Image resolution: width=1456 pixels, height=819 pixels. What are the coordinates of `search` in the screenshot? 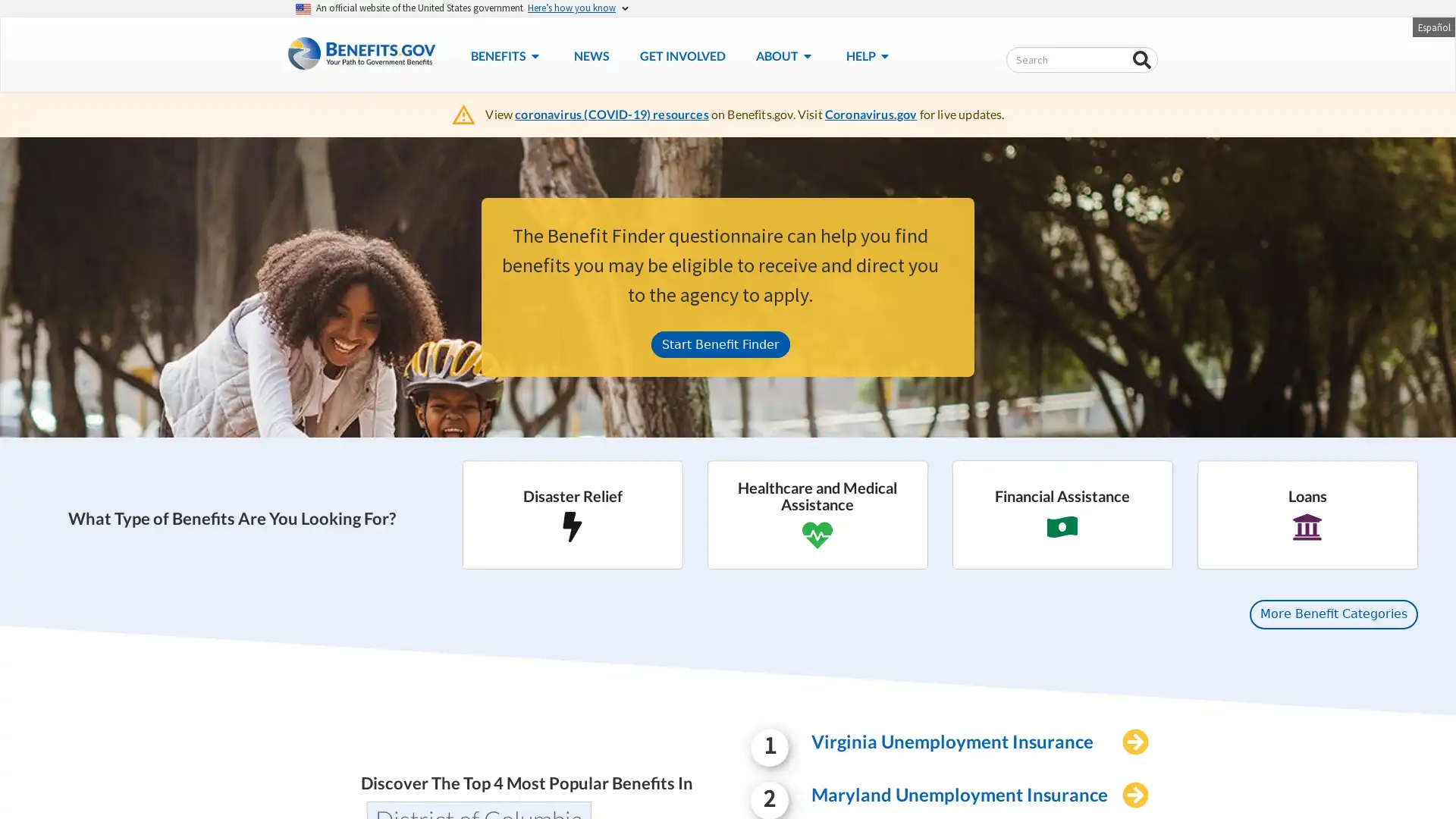 It's located at (1142, 60).